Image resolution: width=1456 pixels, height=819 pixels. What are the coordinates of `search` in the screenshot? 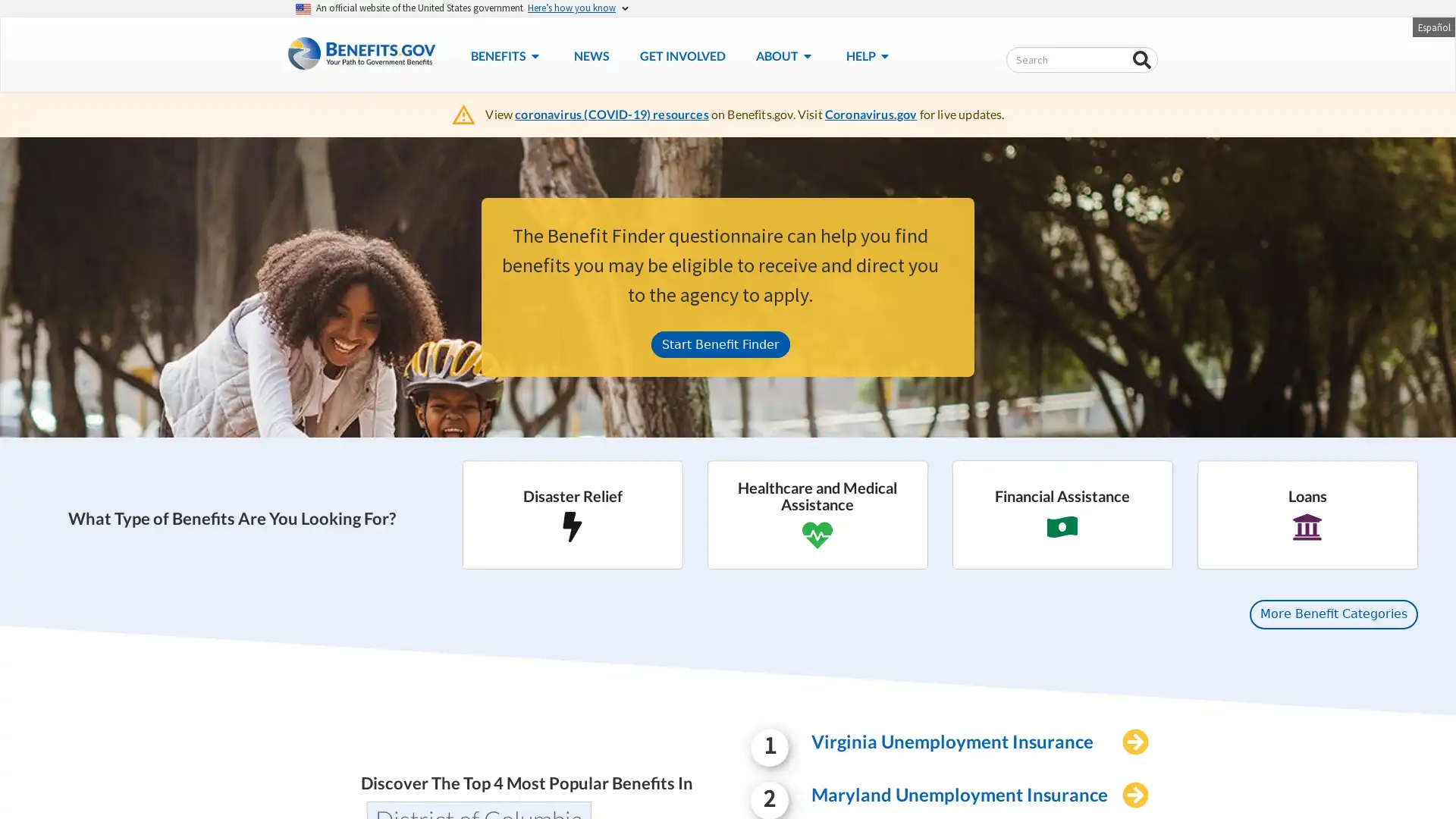 It's located at (1142, 60).